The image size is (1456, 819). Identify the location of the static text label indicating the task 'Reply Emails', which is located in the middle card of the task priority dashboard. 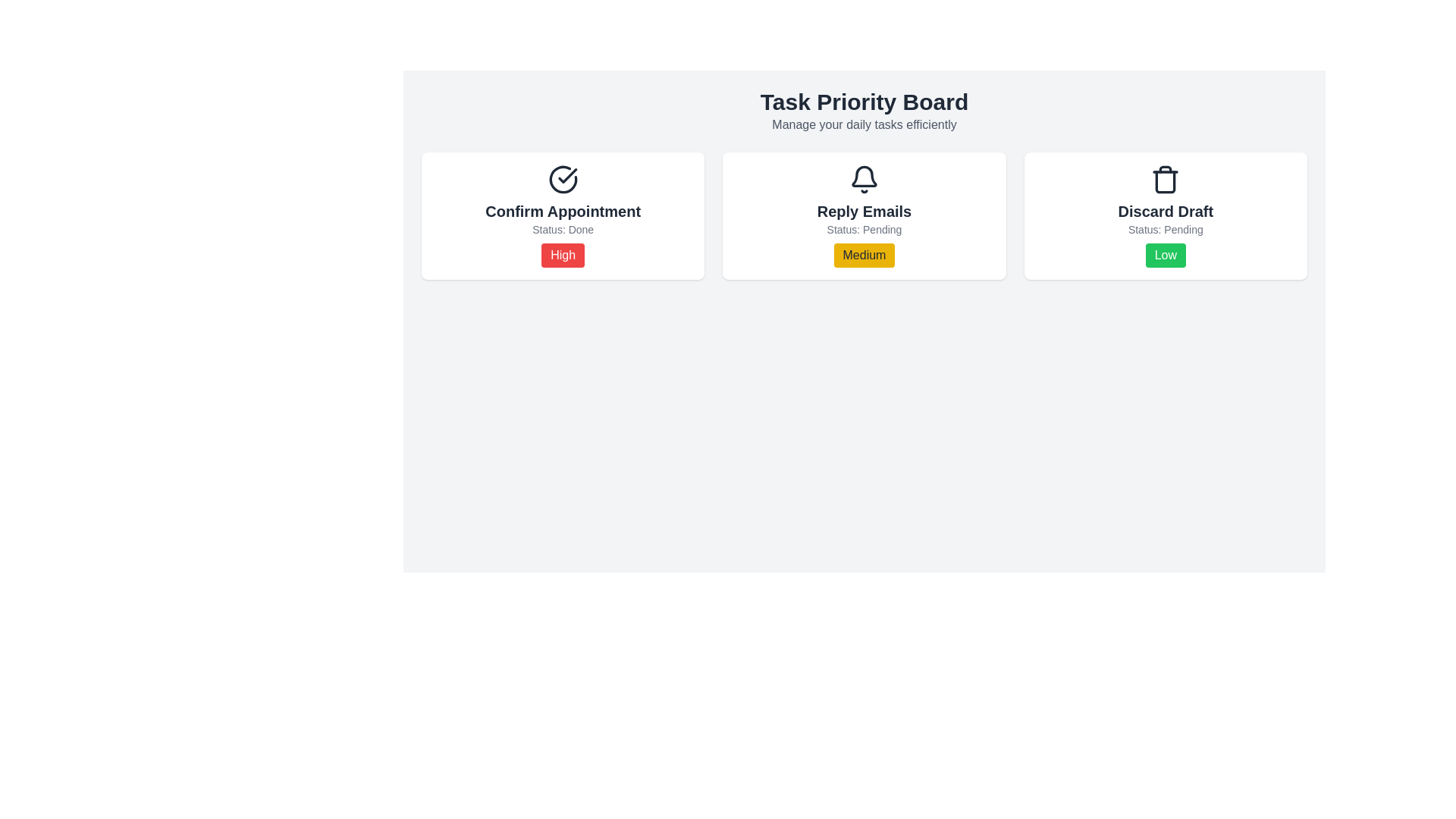
(864, 211).